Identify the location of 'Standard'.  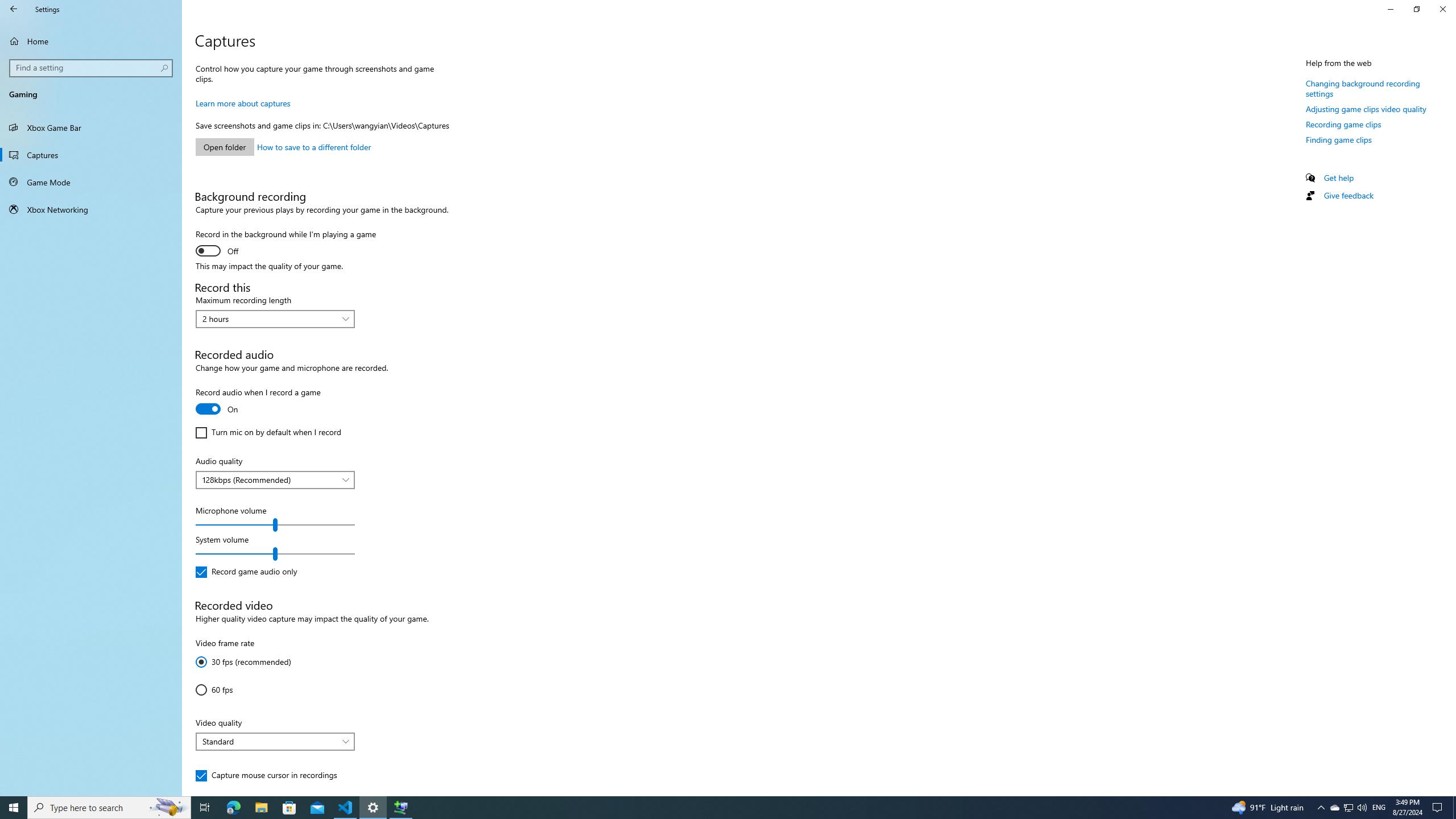
(268, 741).